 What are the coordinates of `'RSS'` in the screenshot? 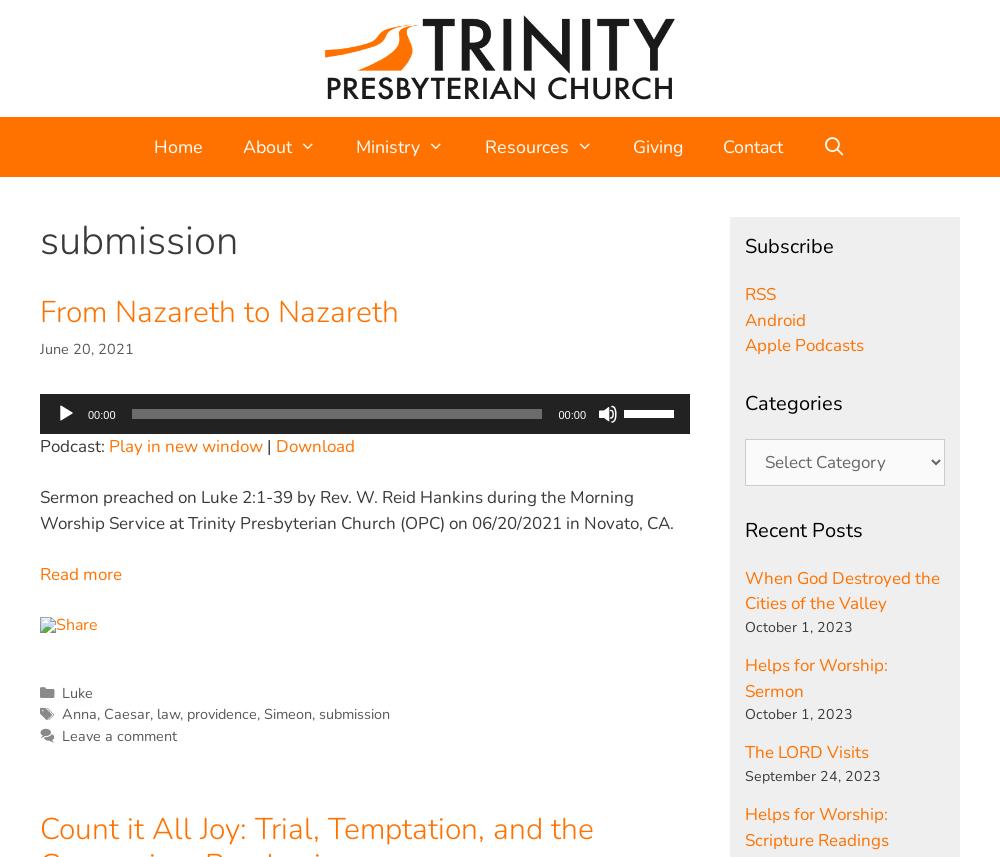 It's located at (760, 293).